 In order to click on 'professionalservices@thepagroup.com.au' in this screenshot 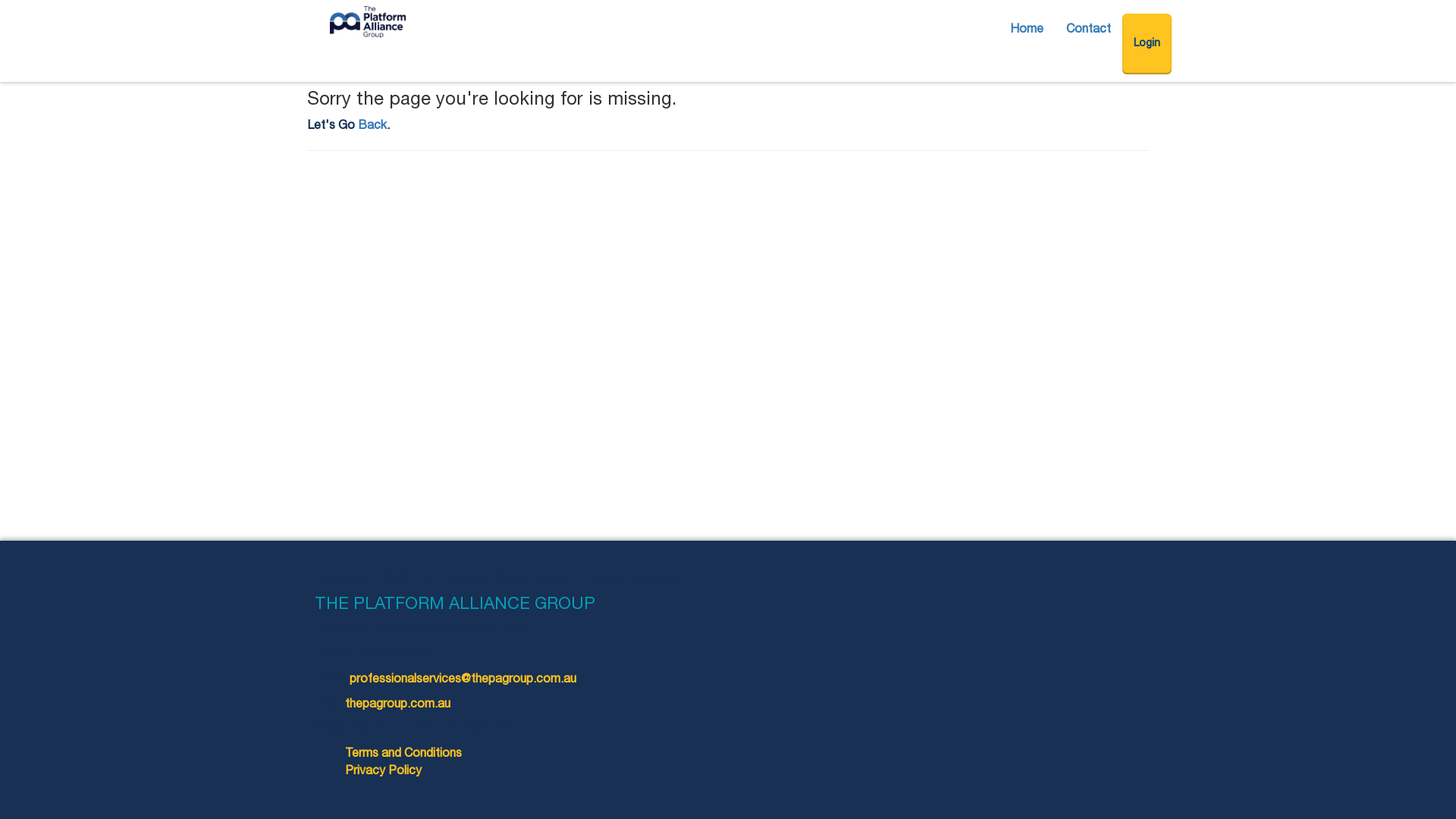, I will do `click(462, 679)`.